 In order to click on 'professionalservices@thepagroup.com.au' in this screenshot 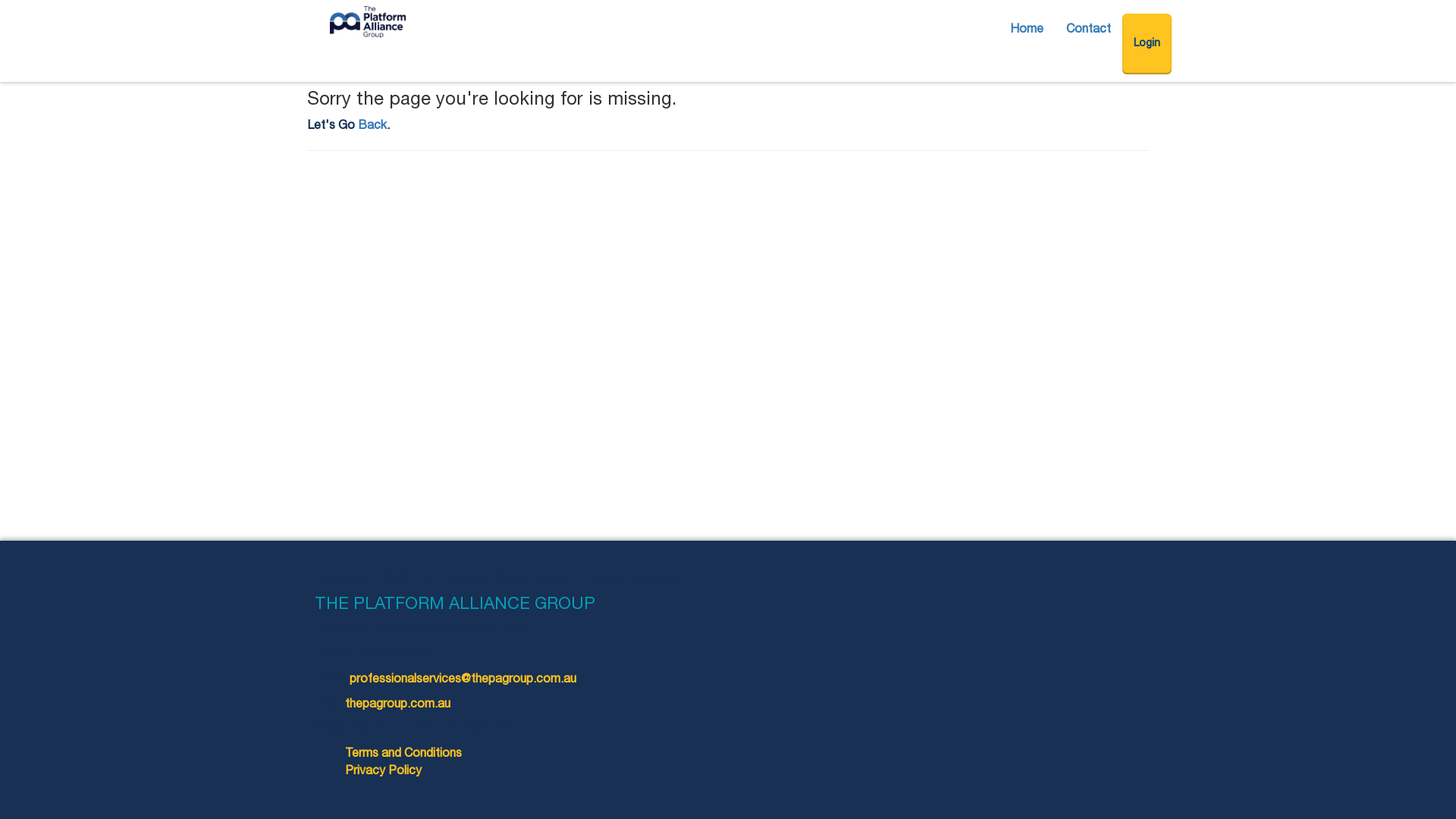, I will do `click(462, 679)`.